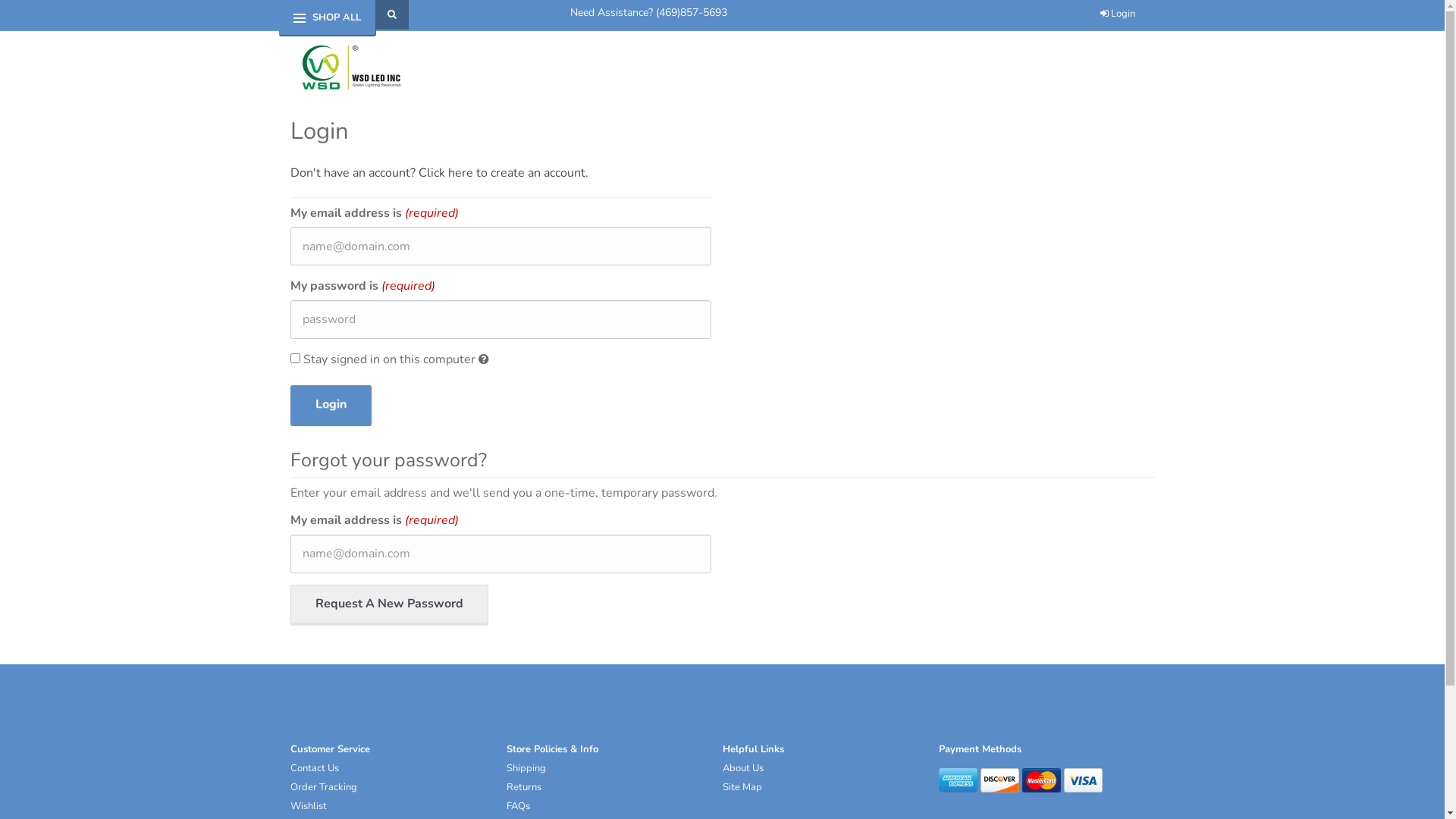 The width and height of the screenshot is (1456, 819). What do you see at coordinates (438, 171) in the screenshot?
I see `'Don't have an account? Click here to create an account.'` at bounding box center [438, 171].